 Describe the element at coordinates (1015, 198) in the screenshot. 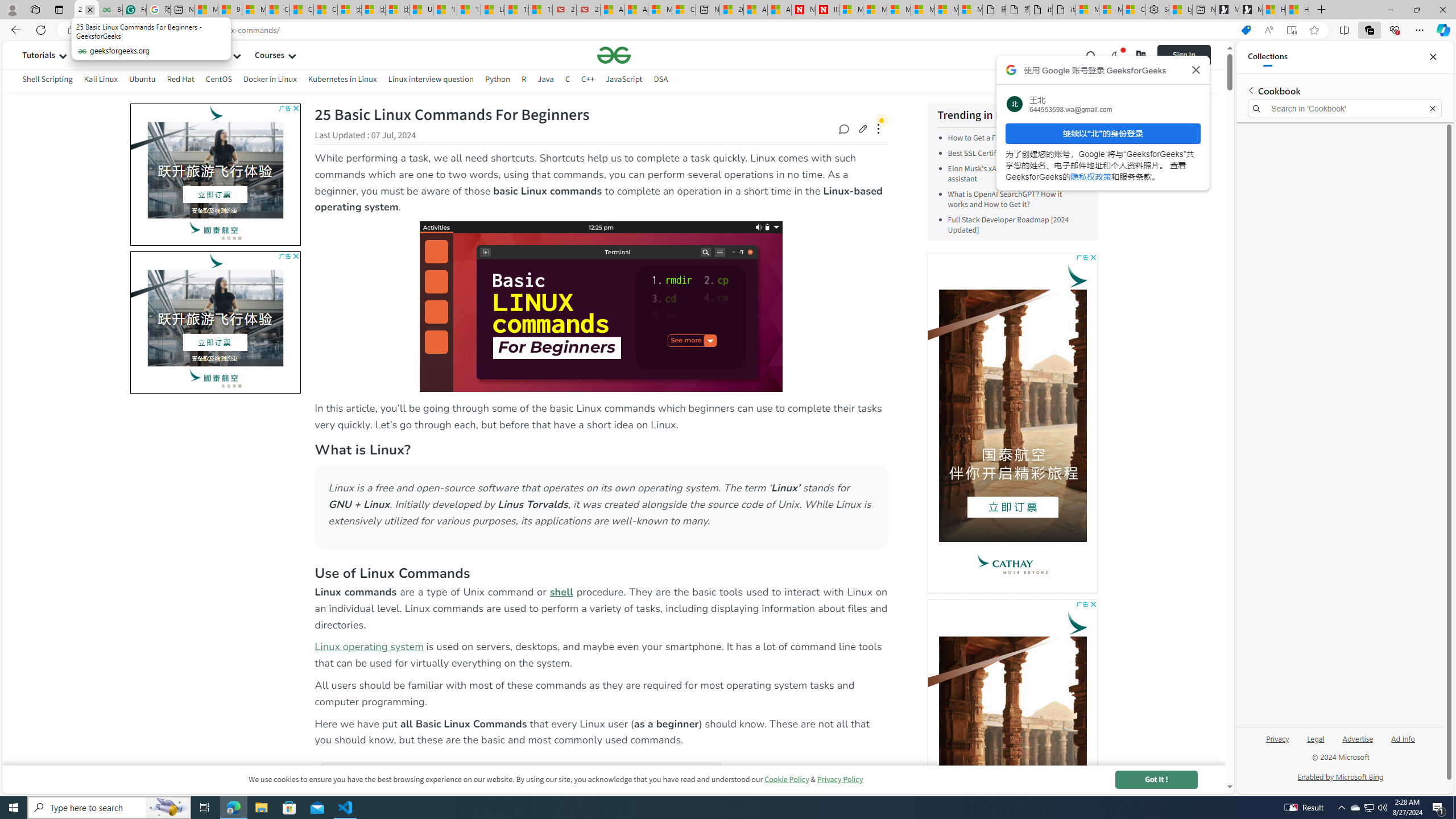

I see `'What is OpenAI SearchGPT? How it works and How to Get it?'` at that location.